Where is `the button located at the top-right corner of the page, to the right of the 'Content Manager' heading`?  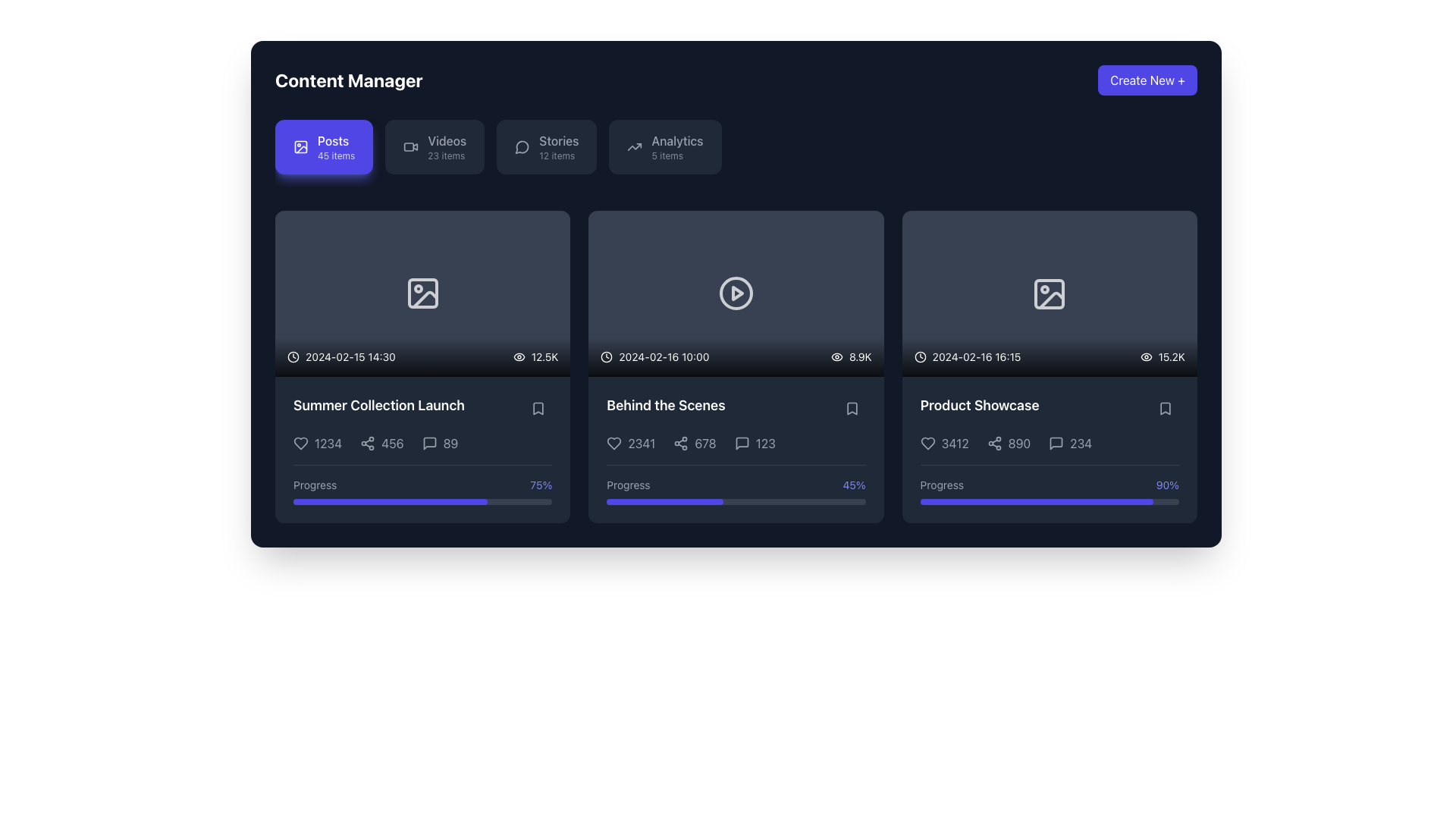 the button located at the top-right corner of the page, to the right of the 'Content Manager' heading is located at coordinates (1147, 80).